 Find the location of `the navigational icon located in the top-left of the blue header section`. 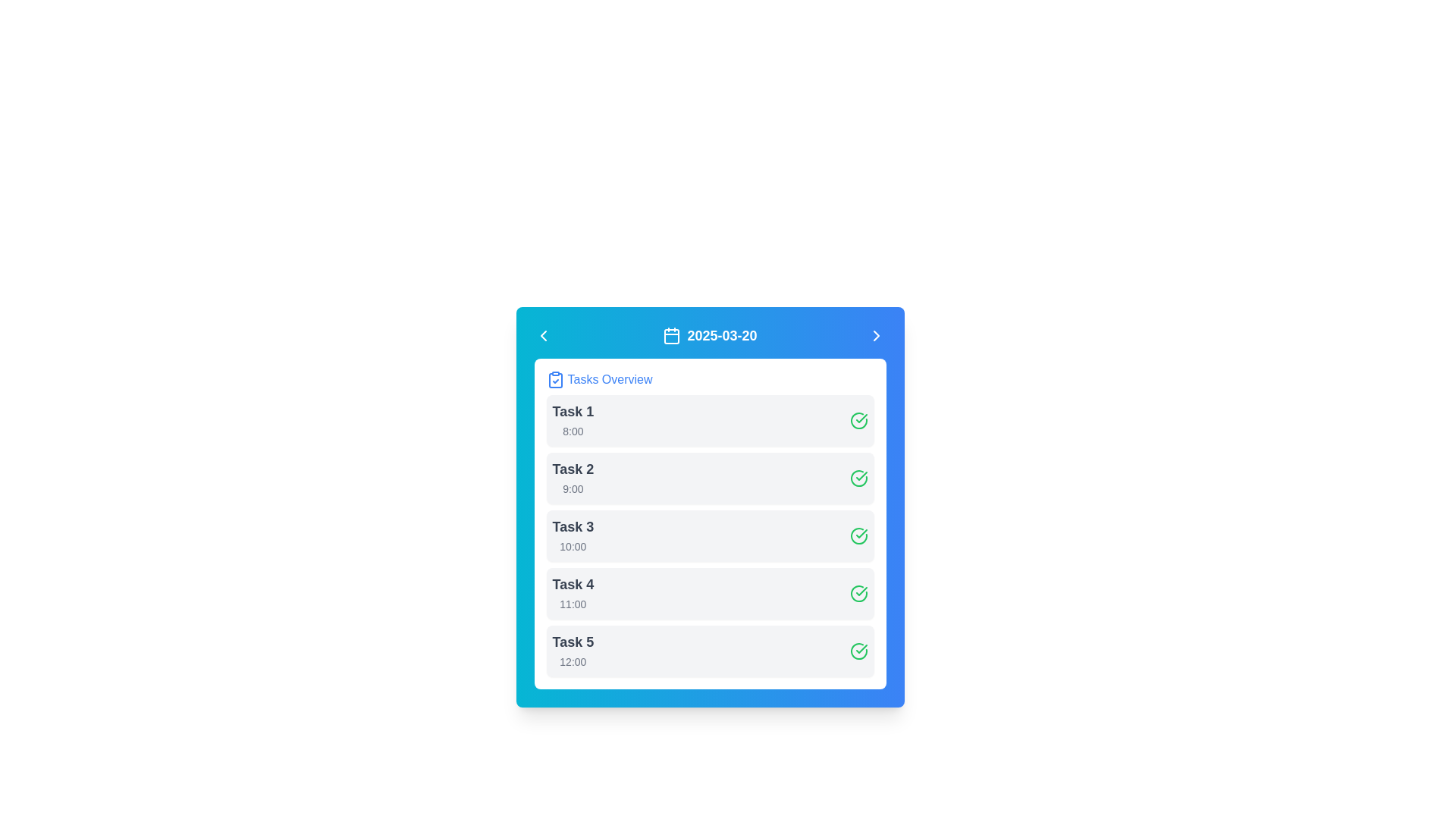

the navigational icon located in the top-left of the blue header section is located at coordinates (543, 335).